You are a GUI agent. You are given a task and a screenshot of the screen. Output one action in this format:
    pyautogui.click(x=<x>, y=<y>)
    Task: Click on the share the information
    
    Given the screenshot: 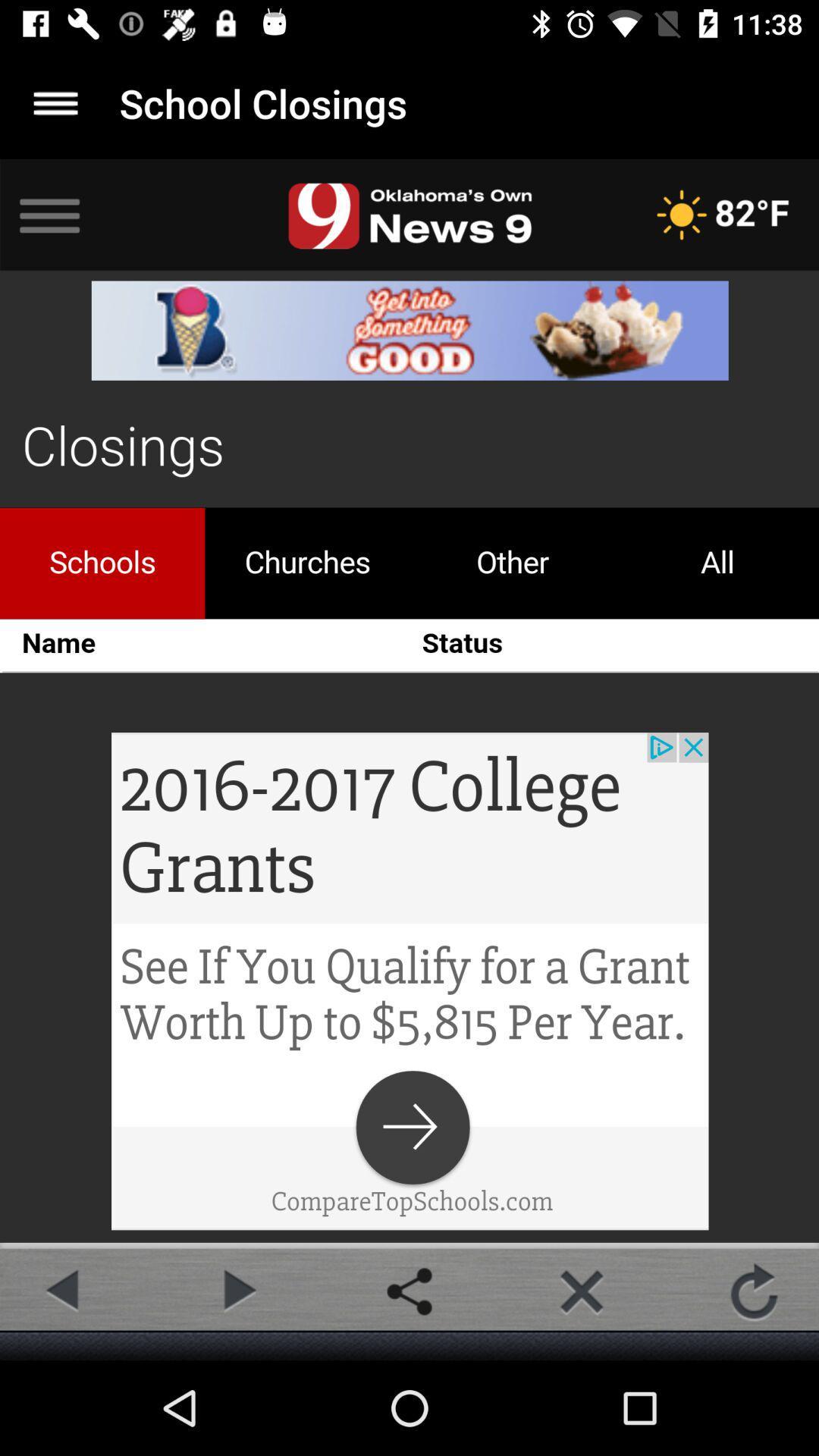 What is the action you would take?
    pyautogui.click(x=409, y=1291)
    